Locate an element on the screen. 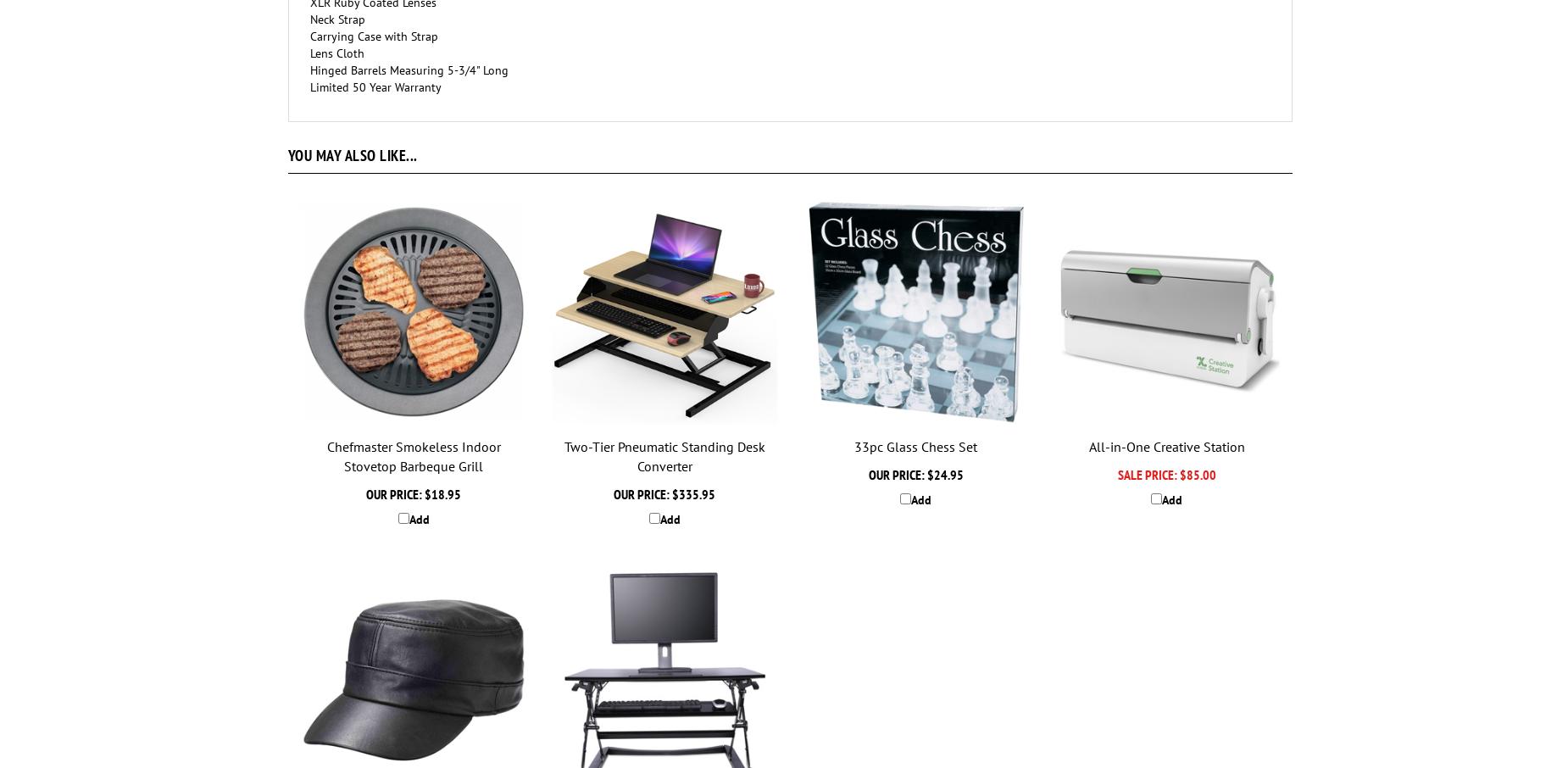 The image size is (1568, 768). 'Carrying Case with Strap' is located at coordinates (373, 36).